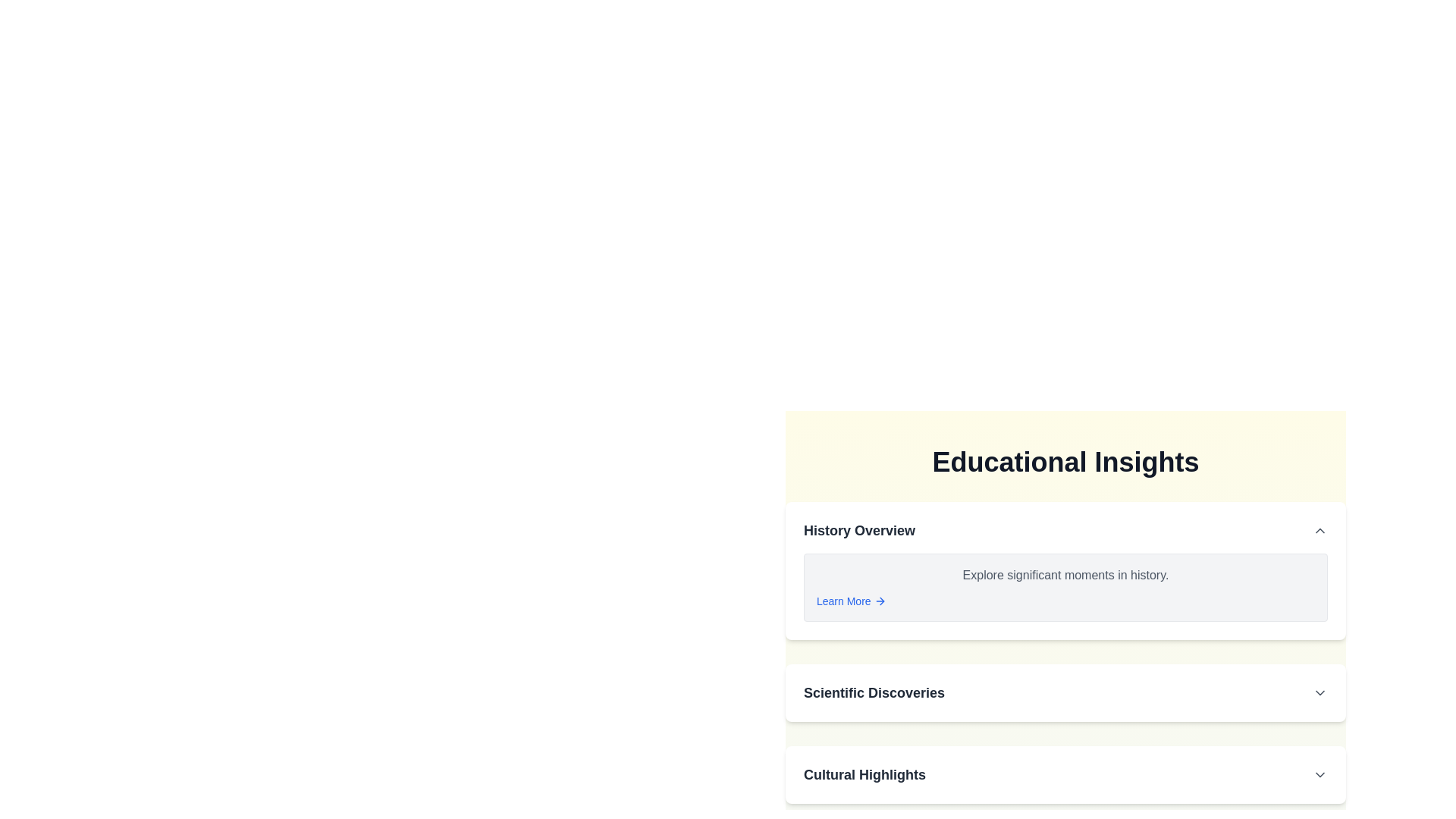 The height and width of the screenshot is (819, 1456). I want to click on the icon-based toggle button located at the far-right side of the row containing 'Cultural Highlights', so click(1319, 775).